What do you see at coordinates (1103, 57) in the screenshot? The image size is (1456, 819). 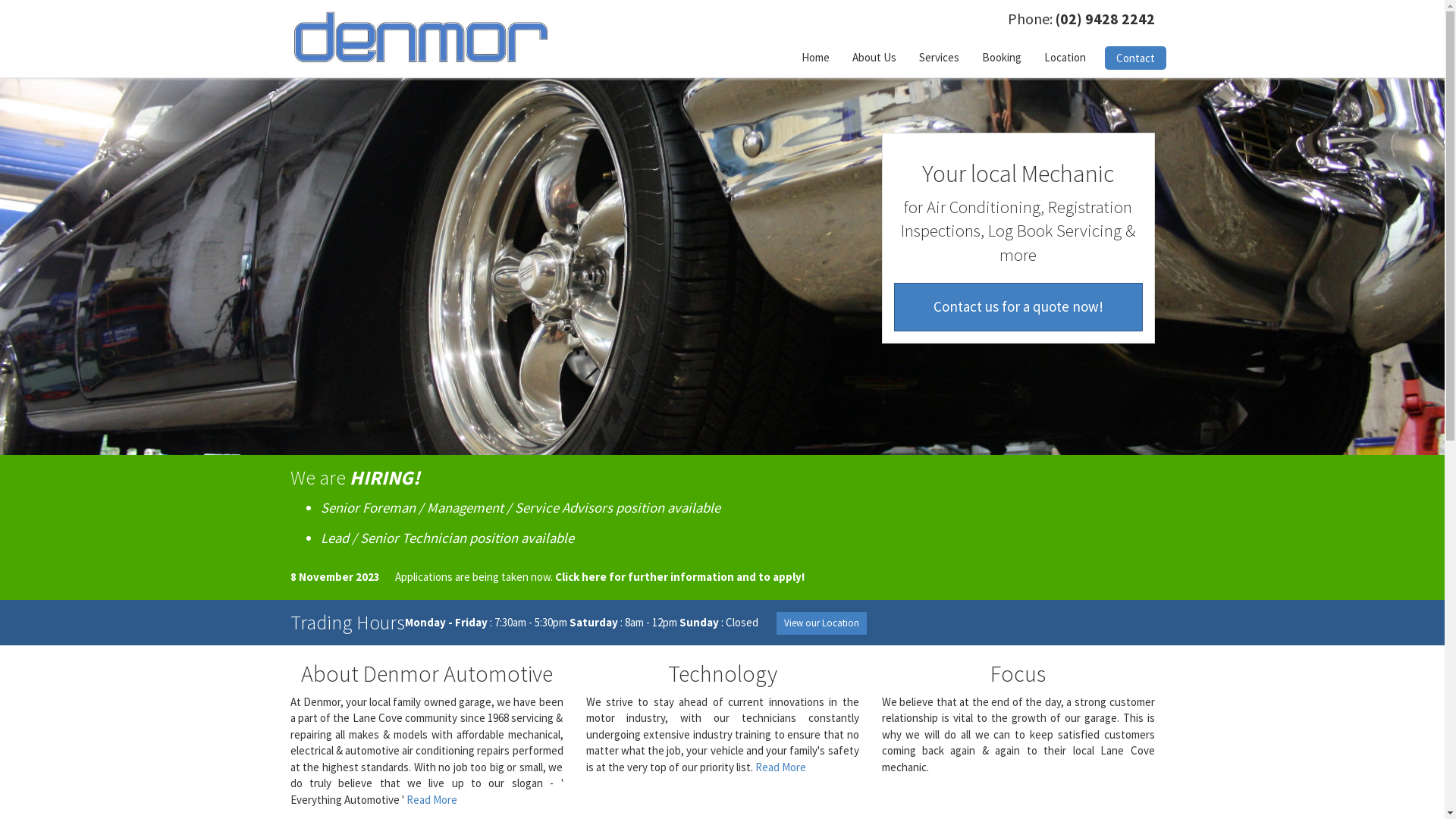 I see `'Contact'` at bounding box center [1103, 57].